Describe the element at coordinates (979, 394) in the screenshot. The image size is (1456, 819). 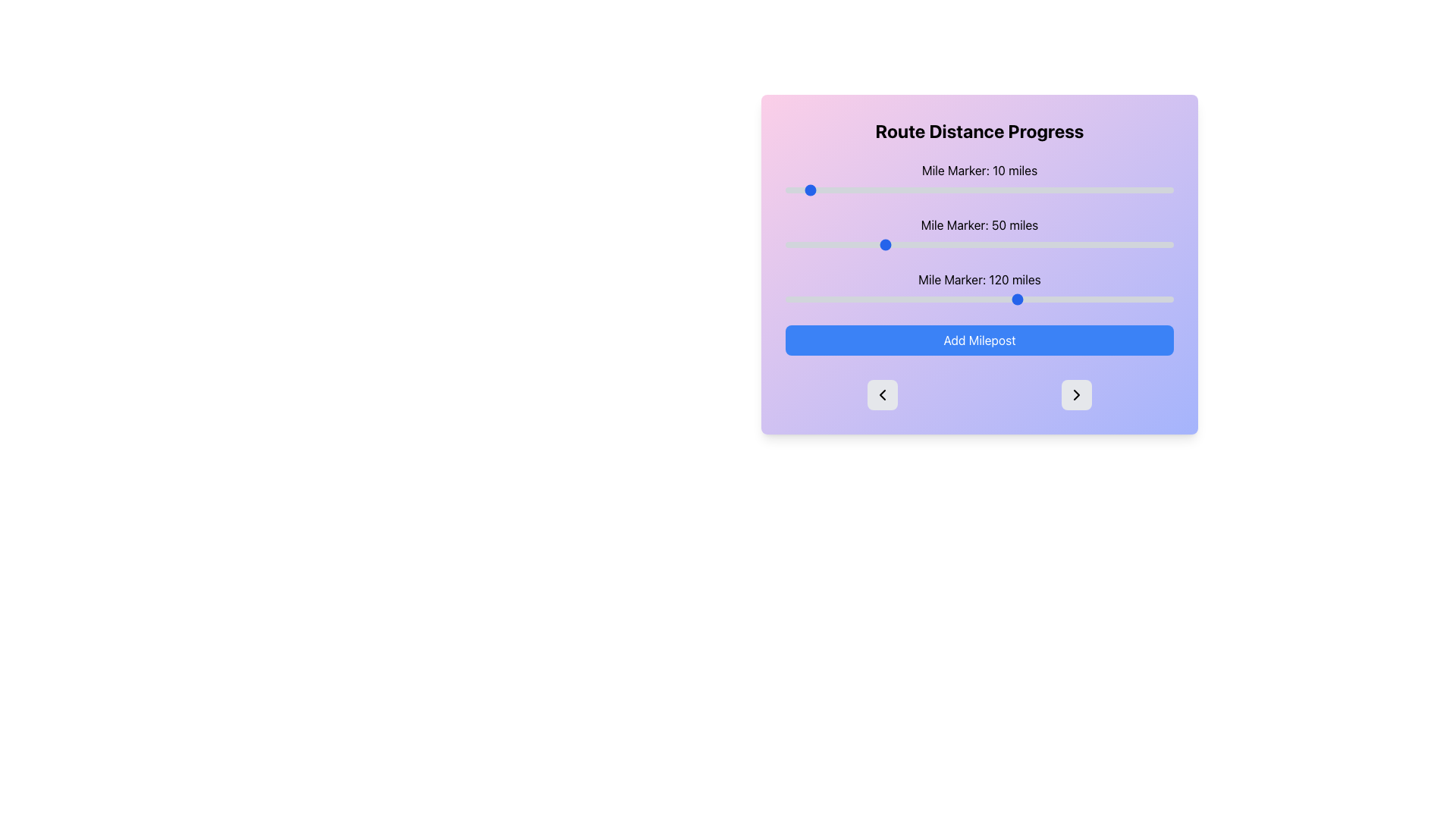
I see `the right arrow in the Button Group located at the bottom of the 'Route Distance Progress' card` at that location.